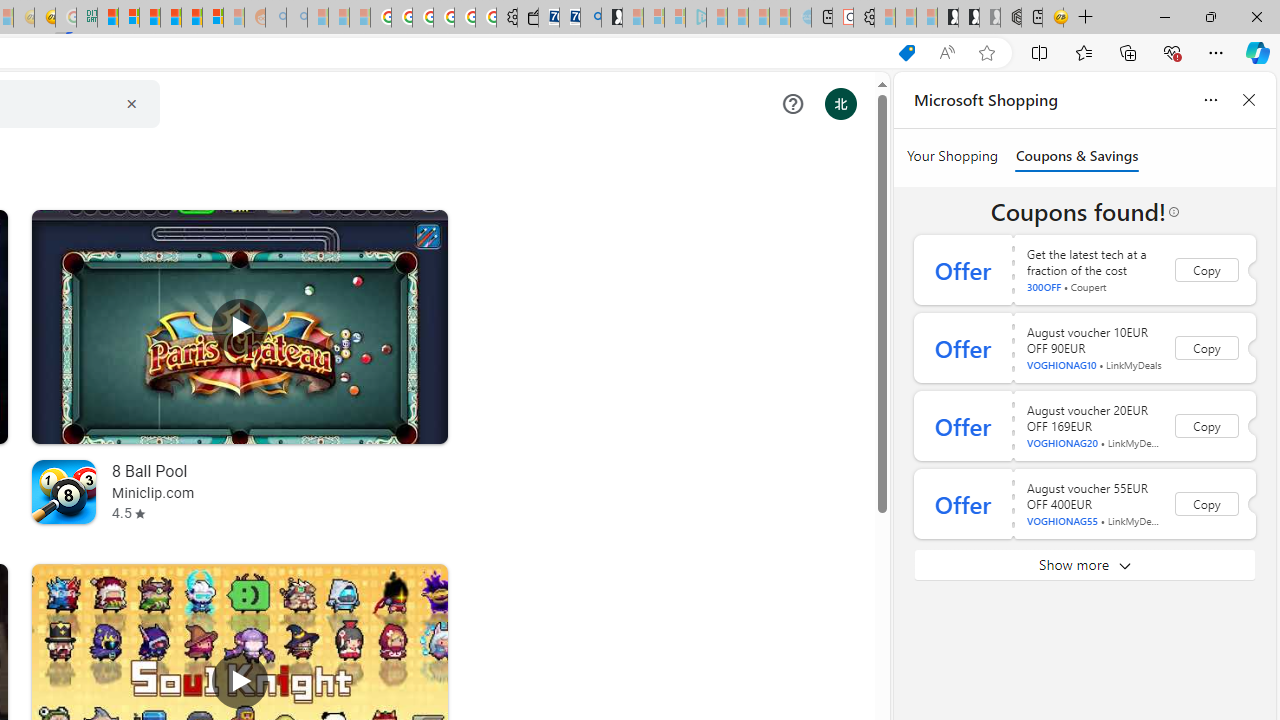 This screenshot has width=1280, height=720. What do you see at coordinates (86, 17) in the screenshot?
I see `'DITOGAMES AG Imprint'` at bounding box center [86, 17].